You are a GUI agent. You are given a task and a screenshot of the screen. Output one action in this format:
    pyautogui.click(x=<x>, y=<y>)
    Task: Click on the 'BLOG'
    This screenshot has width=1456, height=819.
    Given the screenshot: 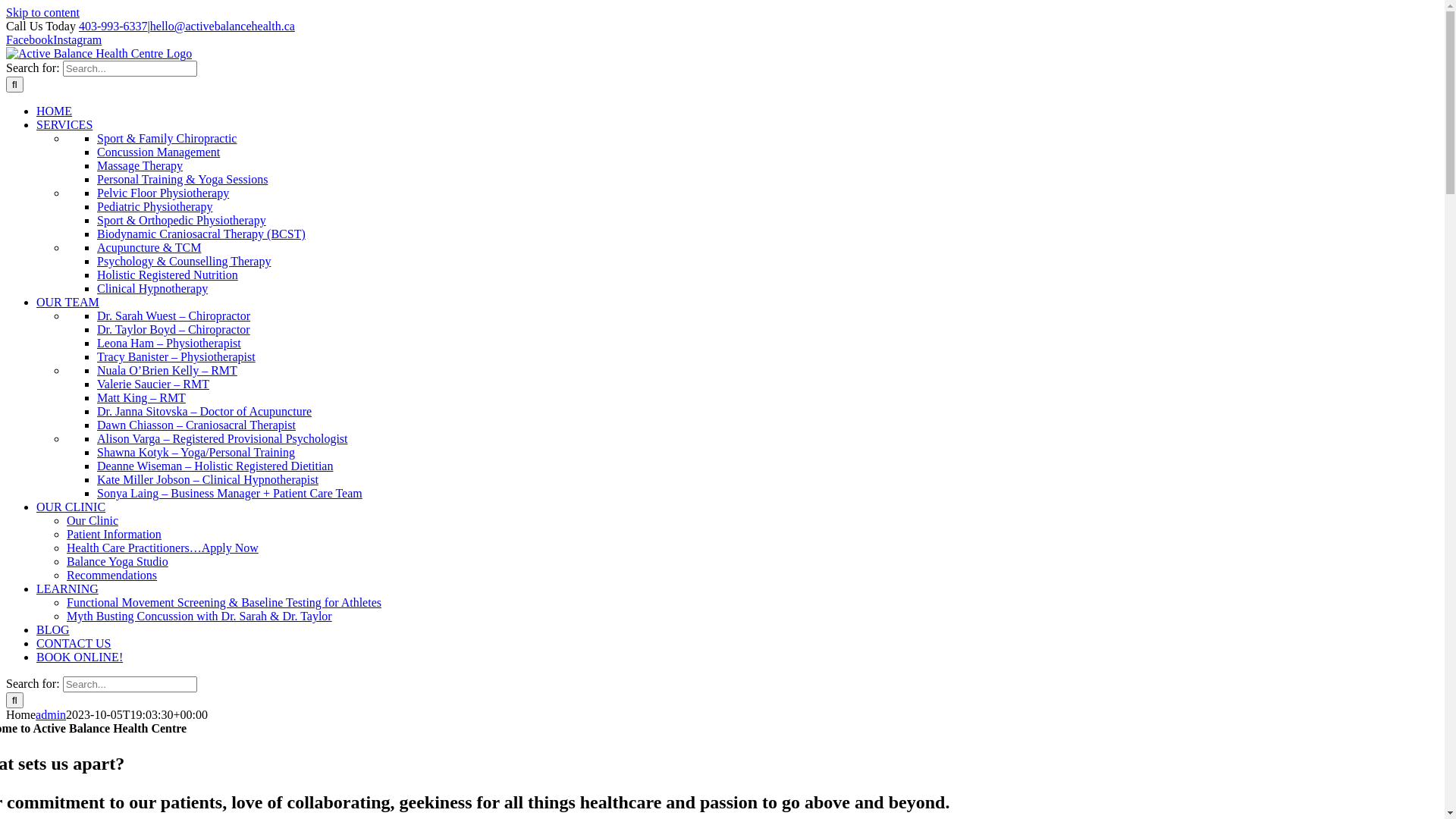 What is the action you would take?
    pyautogui.click(x=53, y=629)
    